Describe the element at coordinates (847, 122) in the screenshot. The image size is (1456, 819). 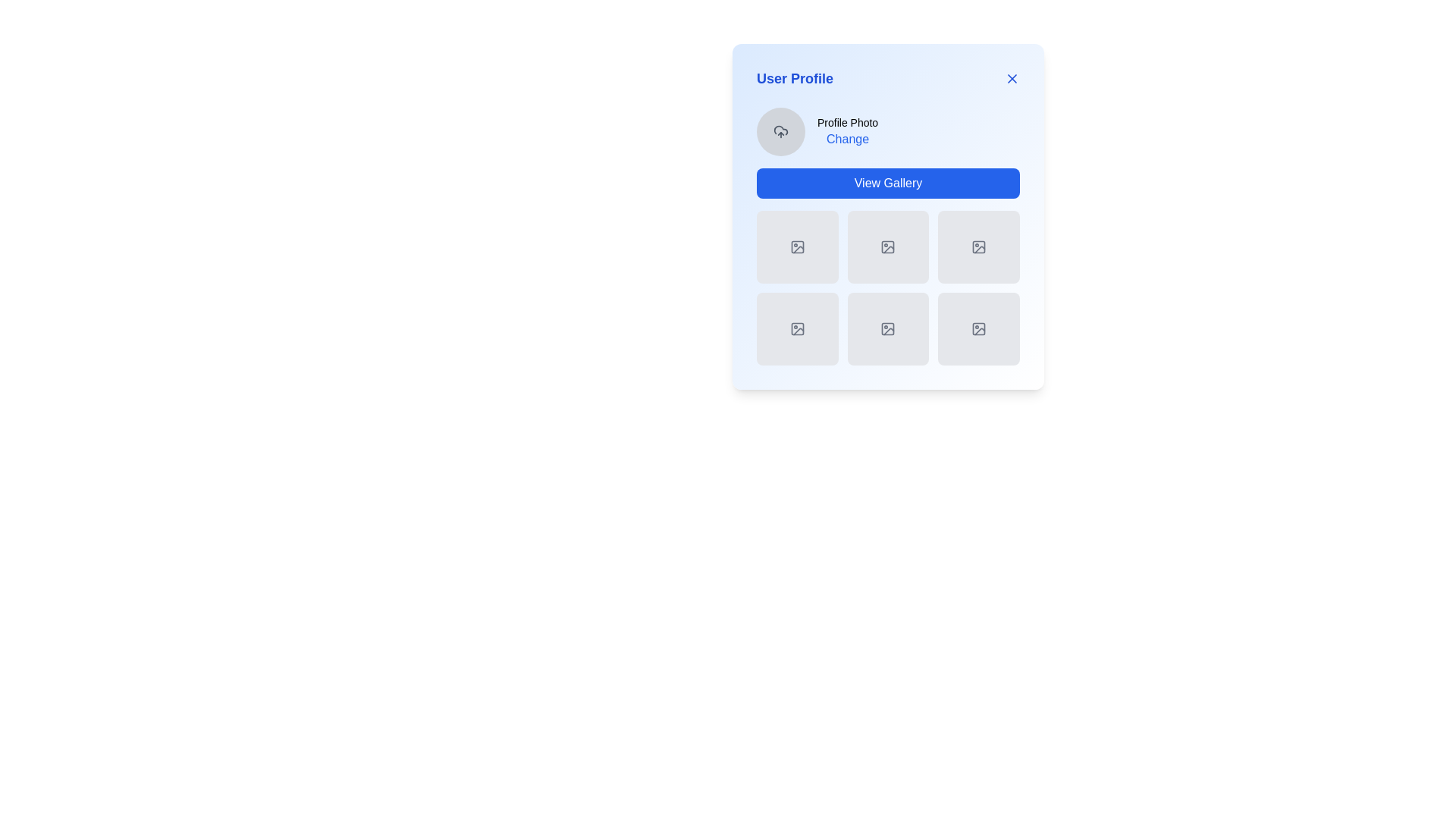
I see `the 'Profile Photo' text label displayed in a medium-sized, bold-like font, aligned left, and located within a light blue background in the 'User Profile' modal, positioned above the 'Change' link` at that location.